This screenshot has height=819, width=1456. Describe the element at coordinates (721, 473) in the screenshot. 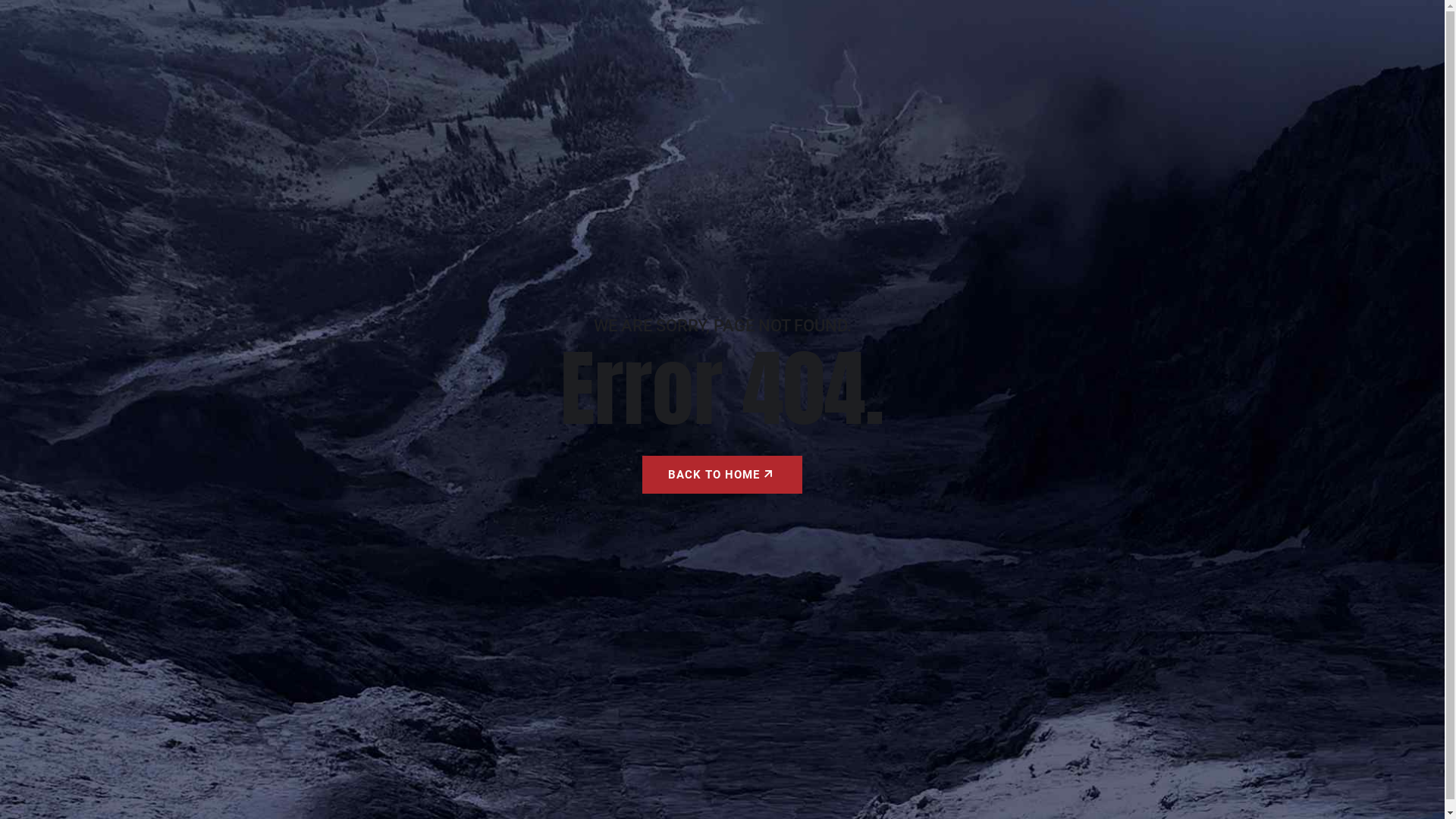

I see `'BACK TO HOME'` at that location.